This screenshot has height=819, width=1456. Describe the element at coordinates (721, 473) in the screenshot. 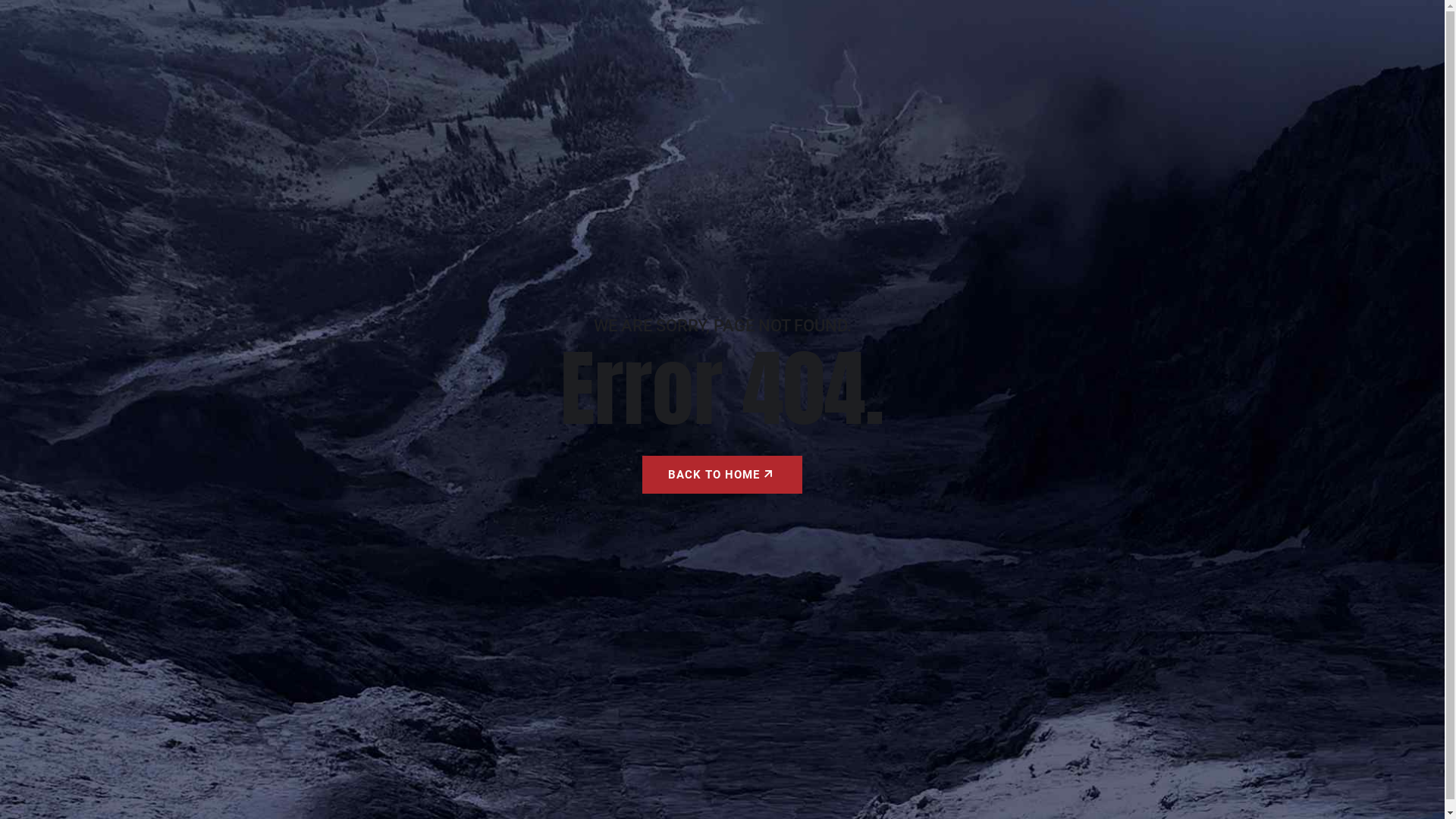

I see `'BACK TO HOME'` at that location.